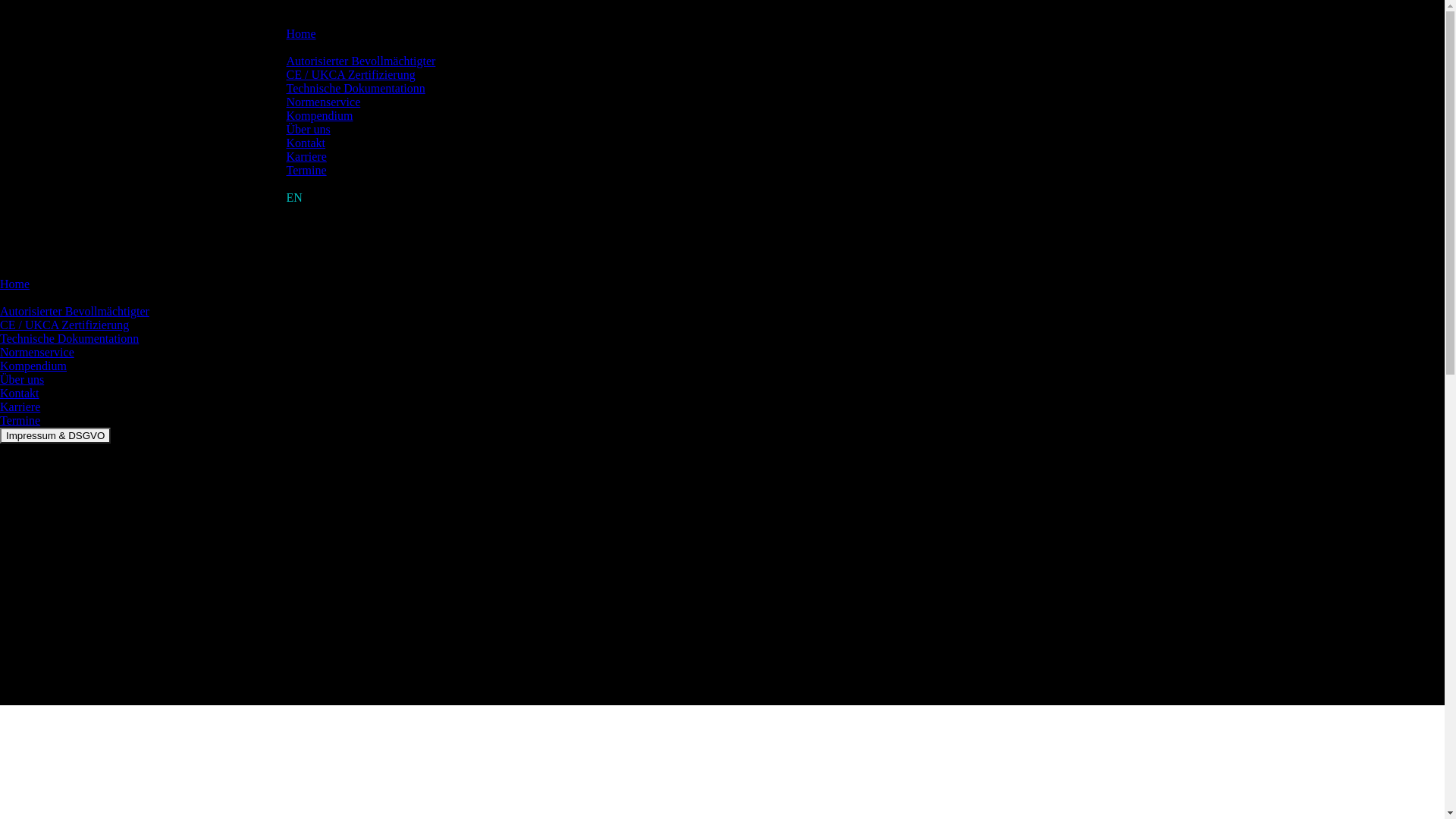 The height and width of the screenshot is (819, 1456). I want to click on 'CE / UKCA Zertifizierung', so click(64, 324).